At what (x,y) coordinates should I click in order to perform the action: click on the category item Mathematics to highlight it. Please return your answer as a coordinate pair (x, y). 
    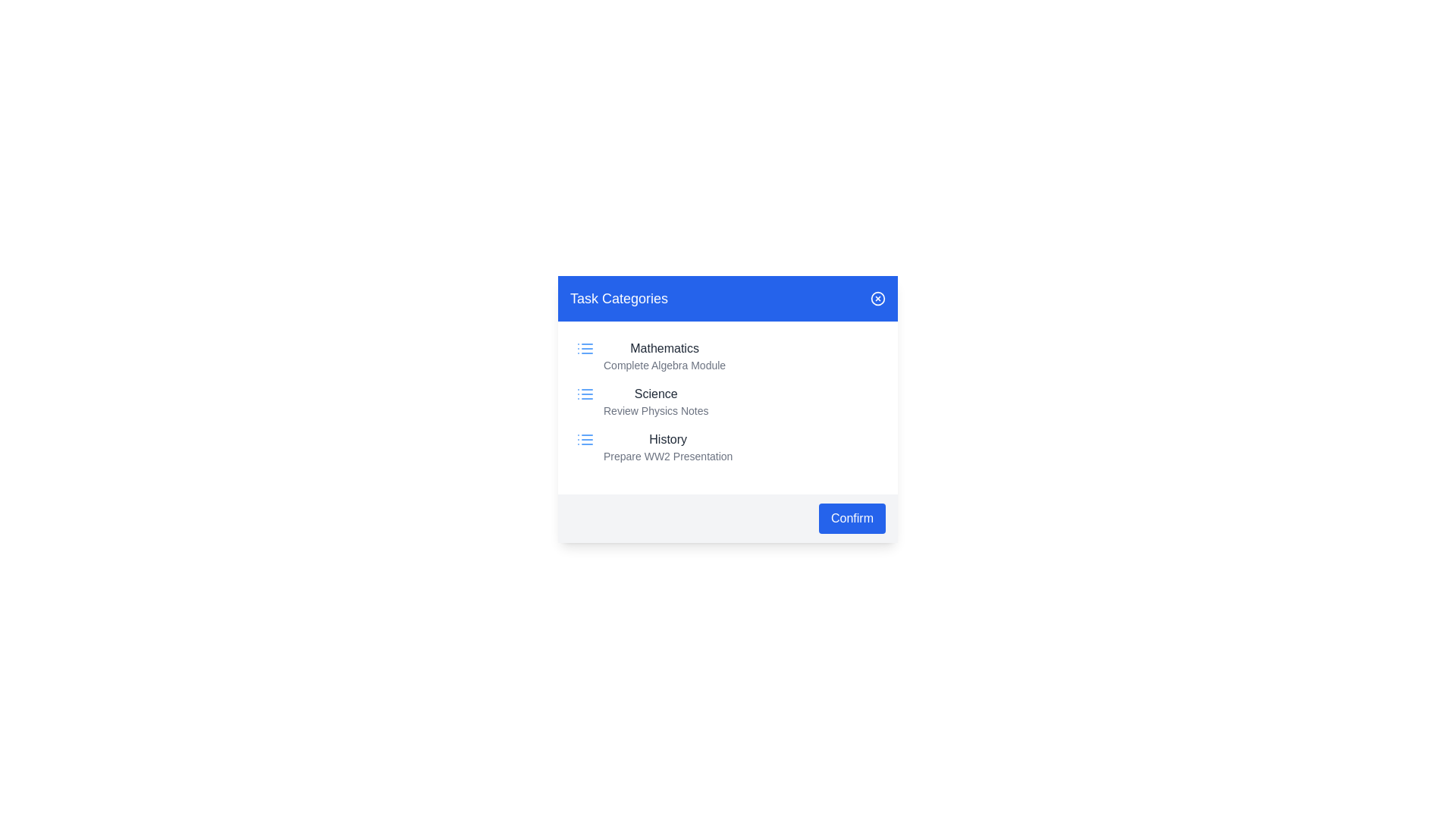
    Looking at the image, I should click on (728, 356).